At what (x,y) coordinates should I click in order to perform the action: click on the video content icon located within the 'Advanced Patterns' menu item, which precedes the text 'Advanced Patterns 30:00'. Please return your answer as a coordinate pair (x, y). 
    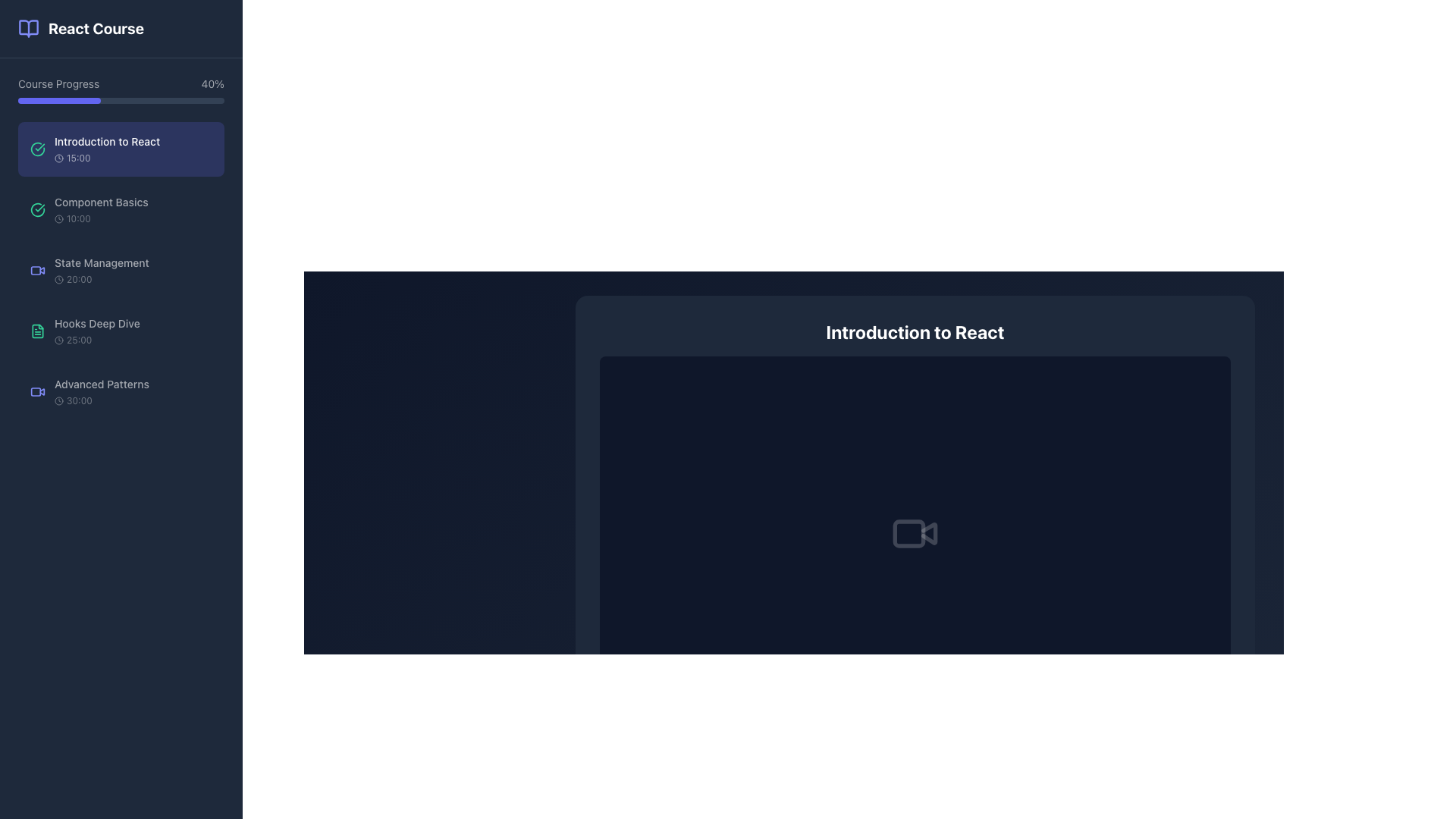
    Looking at the image, I should click on (37, 391).